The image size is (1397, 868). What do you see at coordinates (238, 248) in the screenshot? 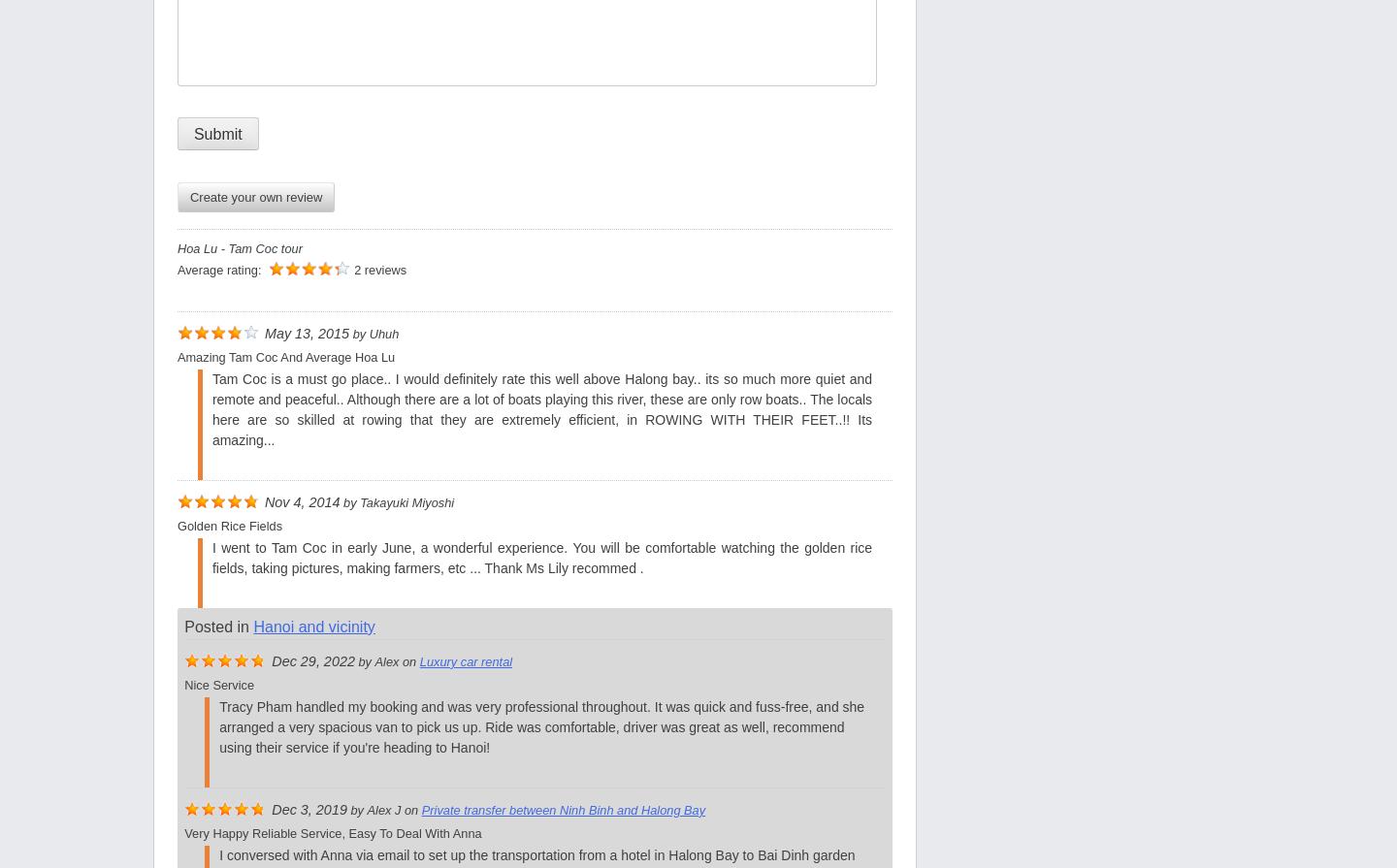
I see `'Hoa Lu - Tam Coc tour'` at bounding box center [238, 248].